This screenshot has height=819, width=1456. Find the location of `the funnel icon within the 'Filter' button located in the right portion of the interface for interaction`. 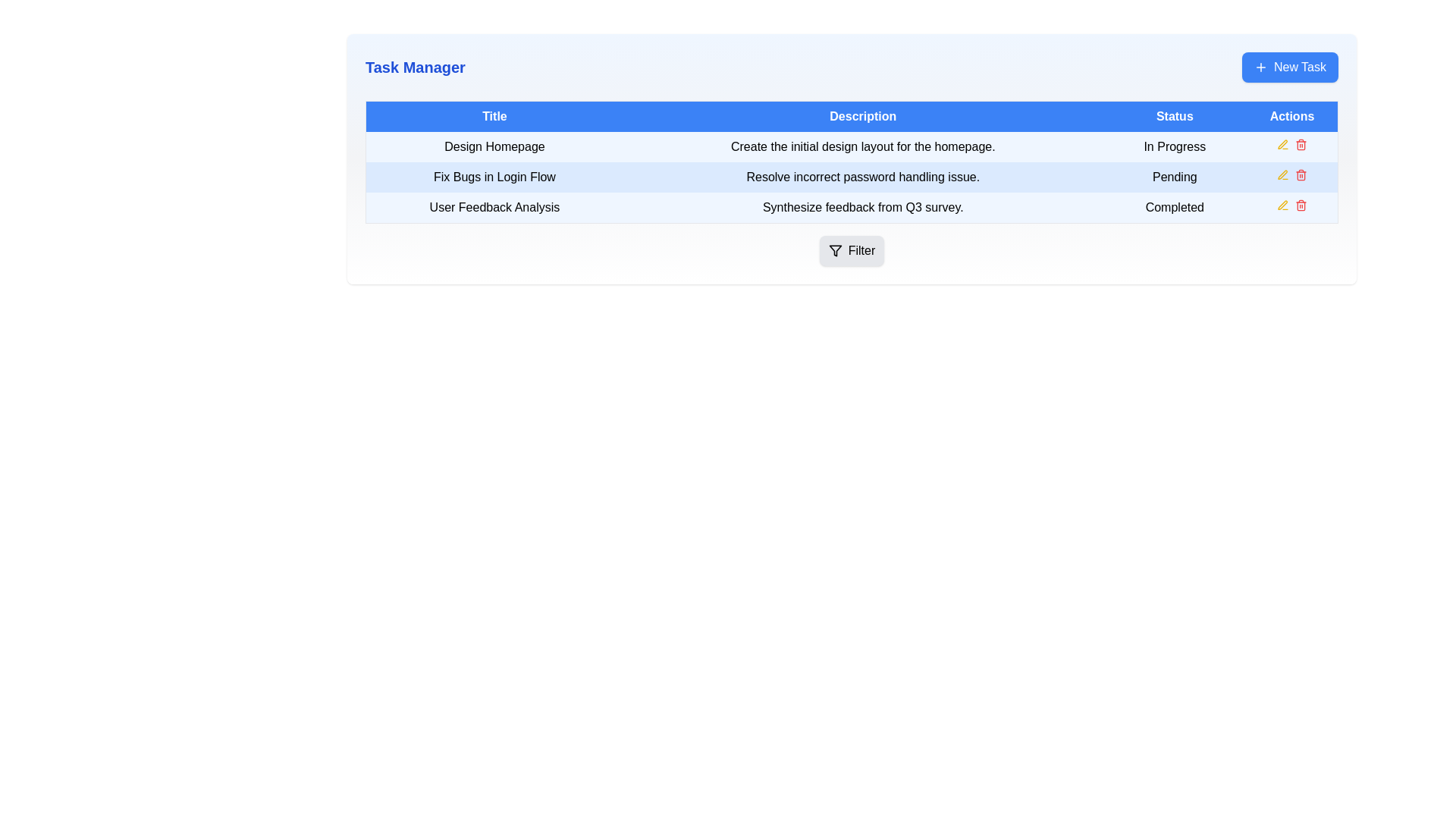

the funnel icon within the 'Filter' button located in the right portion of the interface for interaction is located at coordinates (834, 250).